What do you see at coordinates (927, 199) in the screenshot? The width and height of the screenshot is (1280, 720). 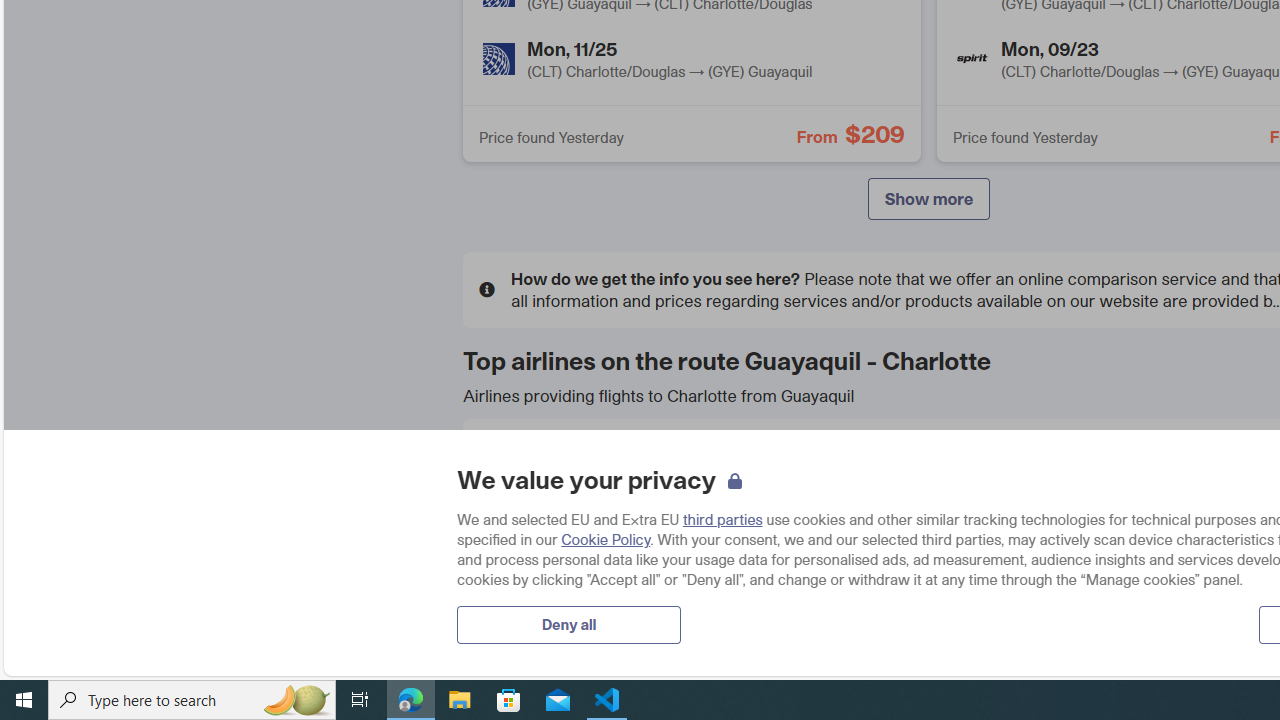 I see `'Show more'` at bounding box center [927, 199].